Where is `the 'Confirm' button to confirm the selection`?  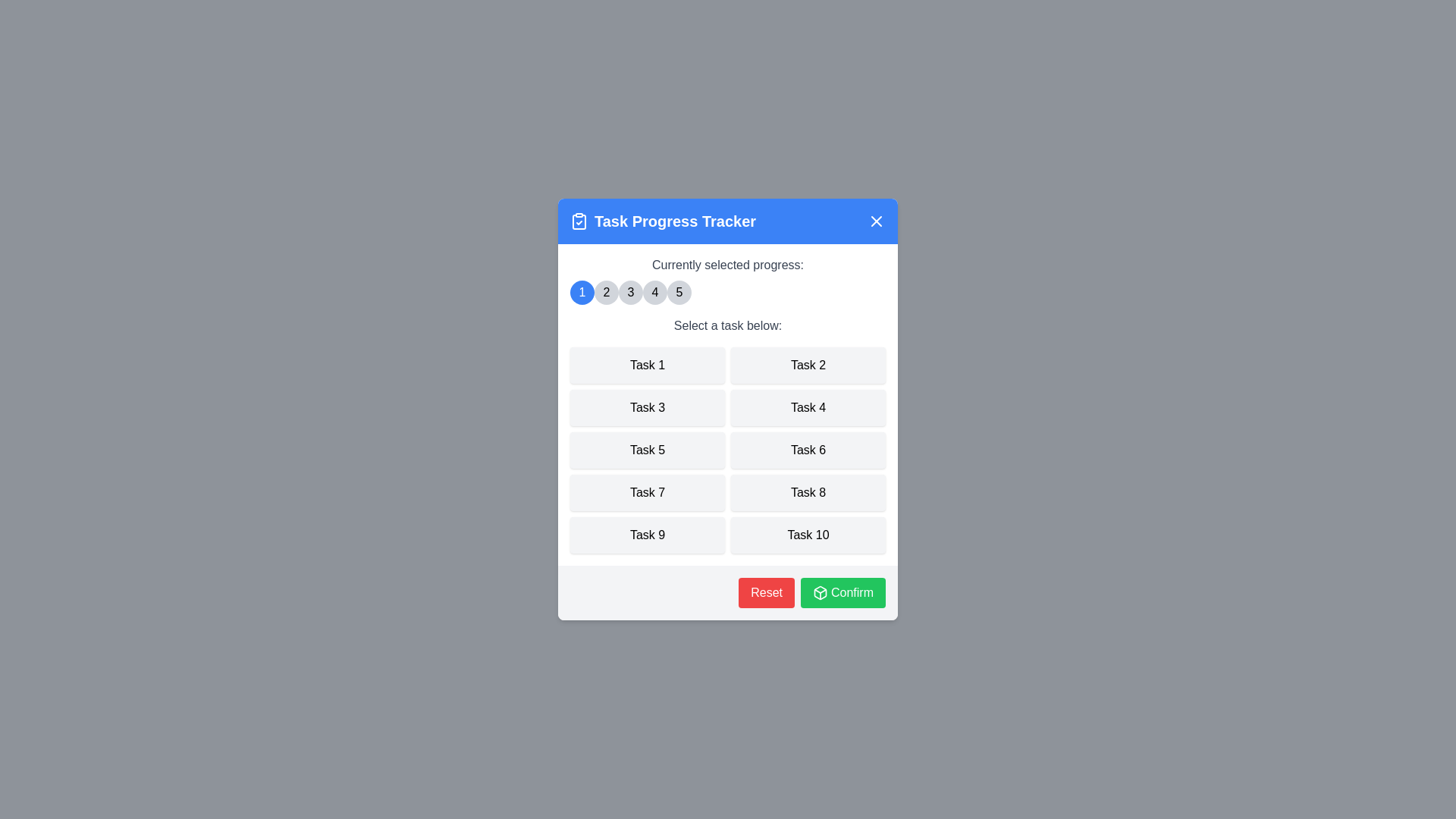 the 'Confirm' button to confirm the selection is located at coordinates (843, 592).